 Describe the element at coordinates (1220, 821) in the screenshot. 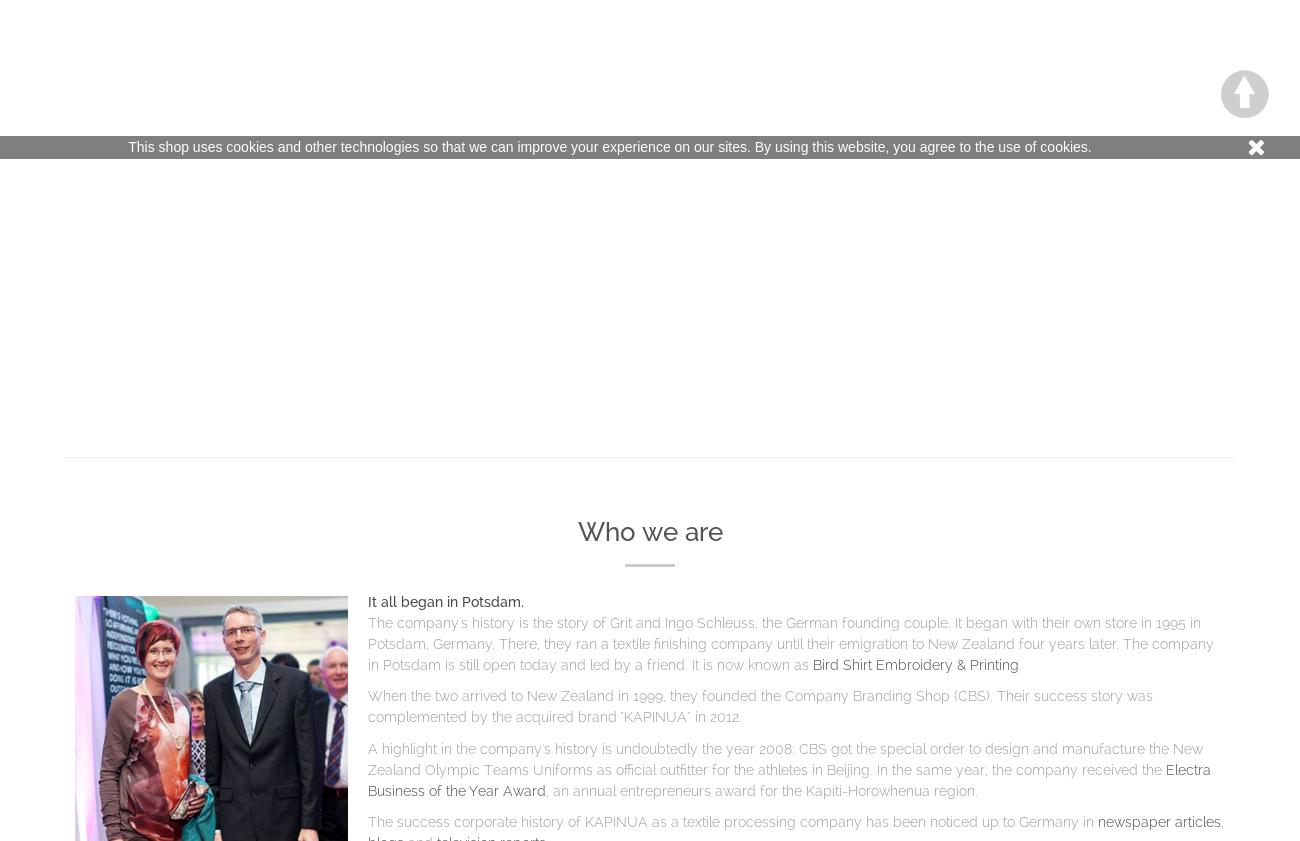

I see `','` at that location.